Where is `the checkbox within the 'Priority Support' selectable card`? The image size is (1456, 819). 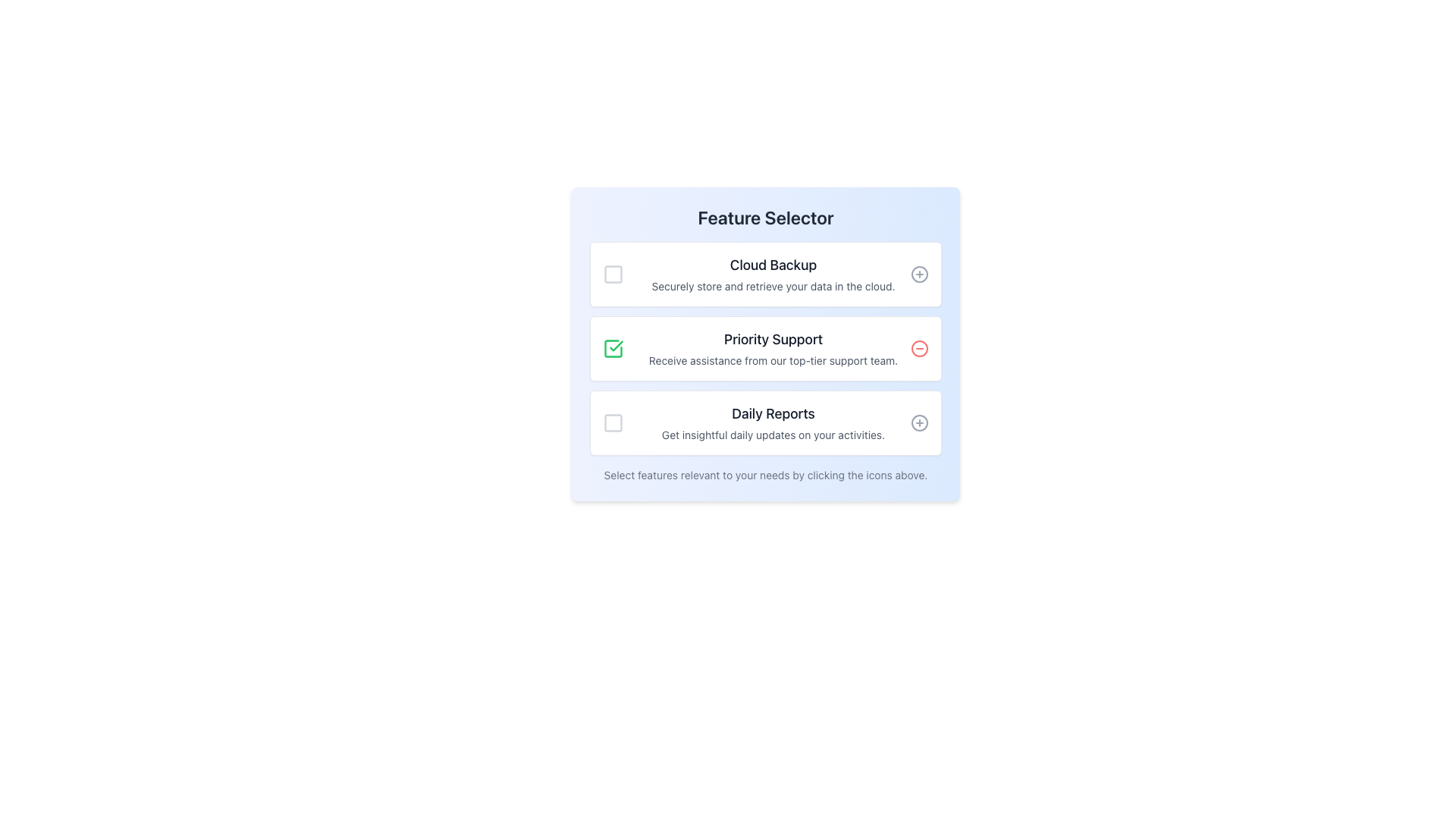
the checkbox within the 'Priority Support' selectable card is located at coordinates (765, 348).